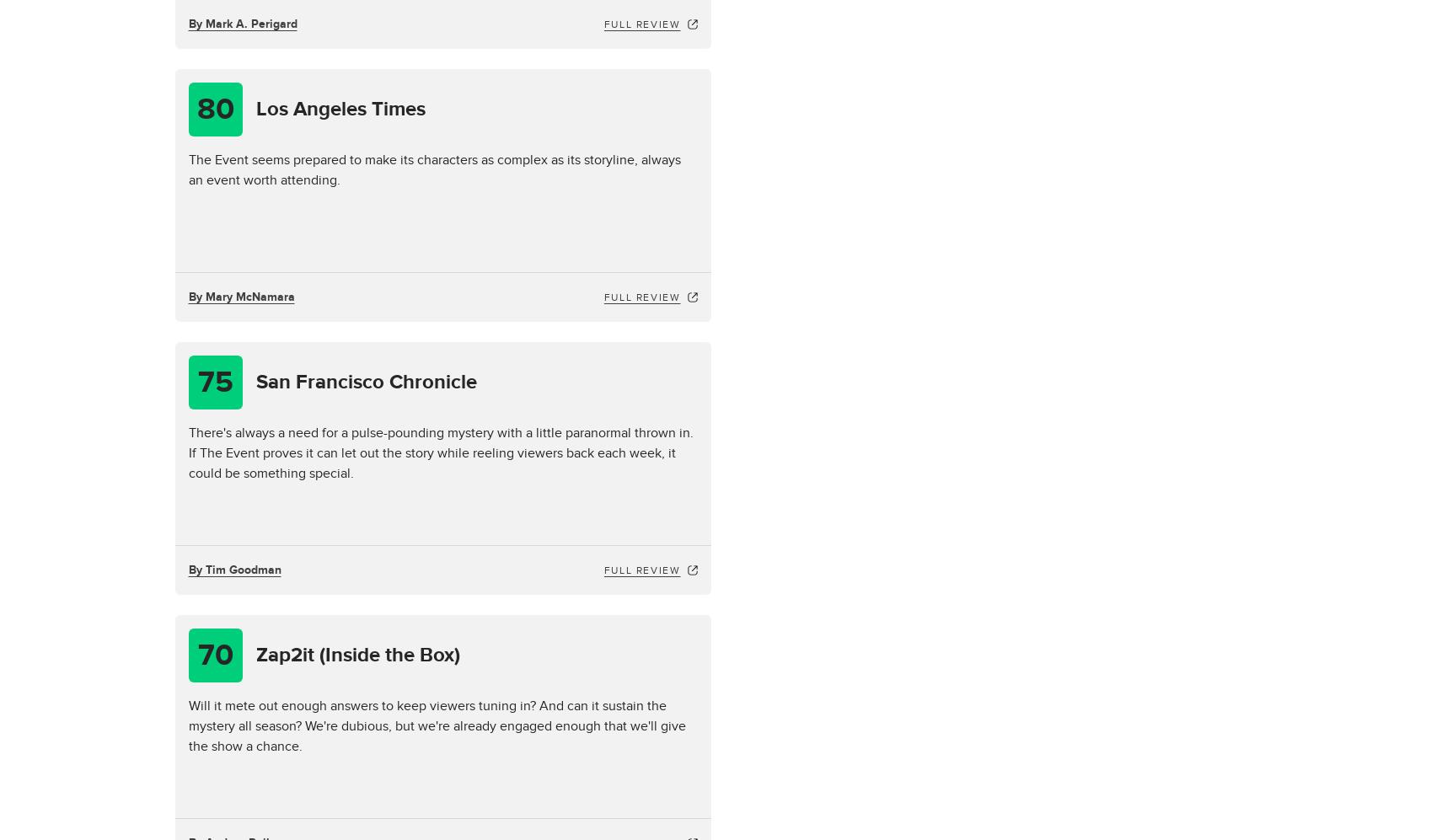 This screenshot has width=1442, height=840. I want to click on 'By Mary McNamara', so click(241, 296).